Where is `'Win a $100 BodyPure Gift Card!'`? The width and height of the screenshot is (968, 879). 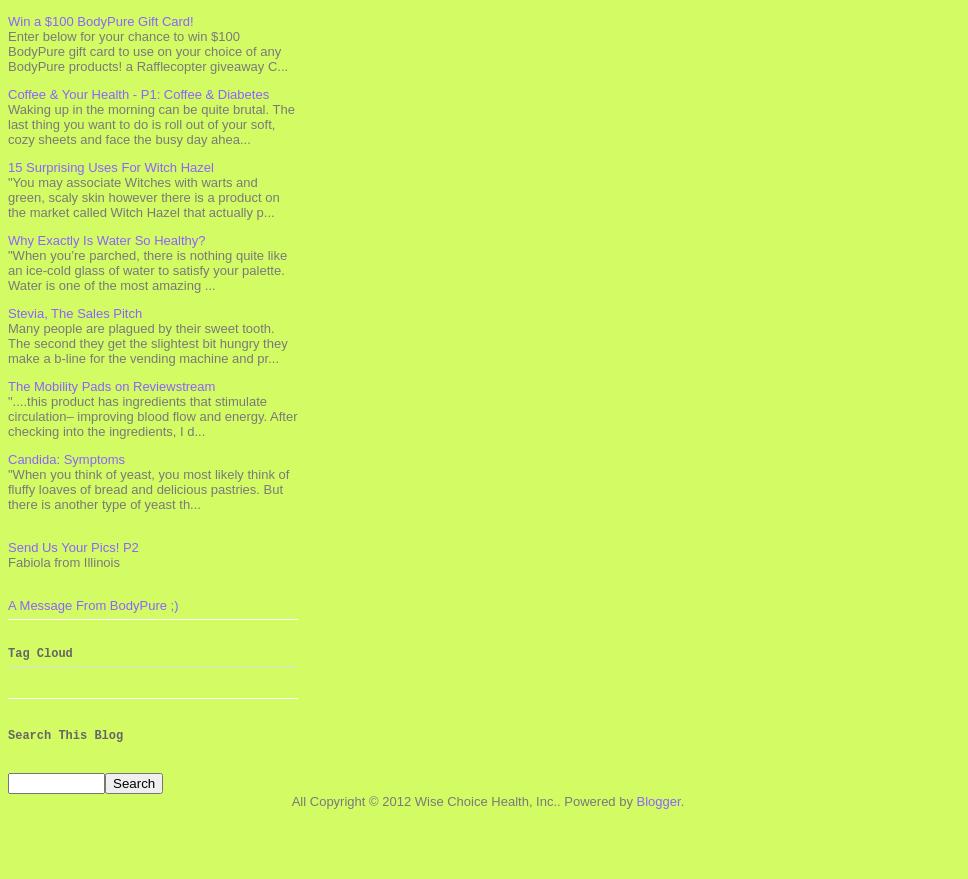 'Win a $100 BodyPure Gift Card!' is located at coordinates (100, 19).